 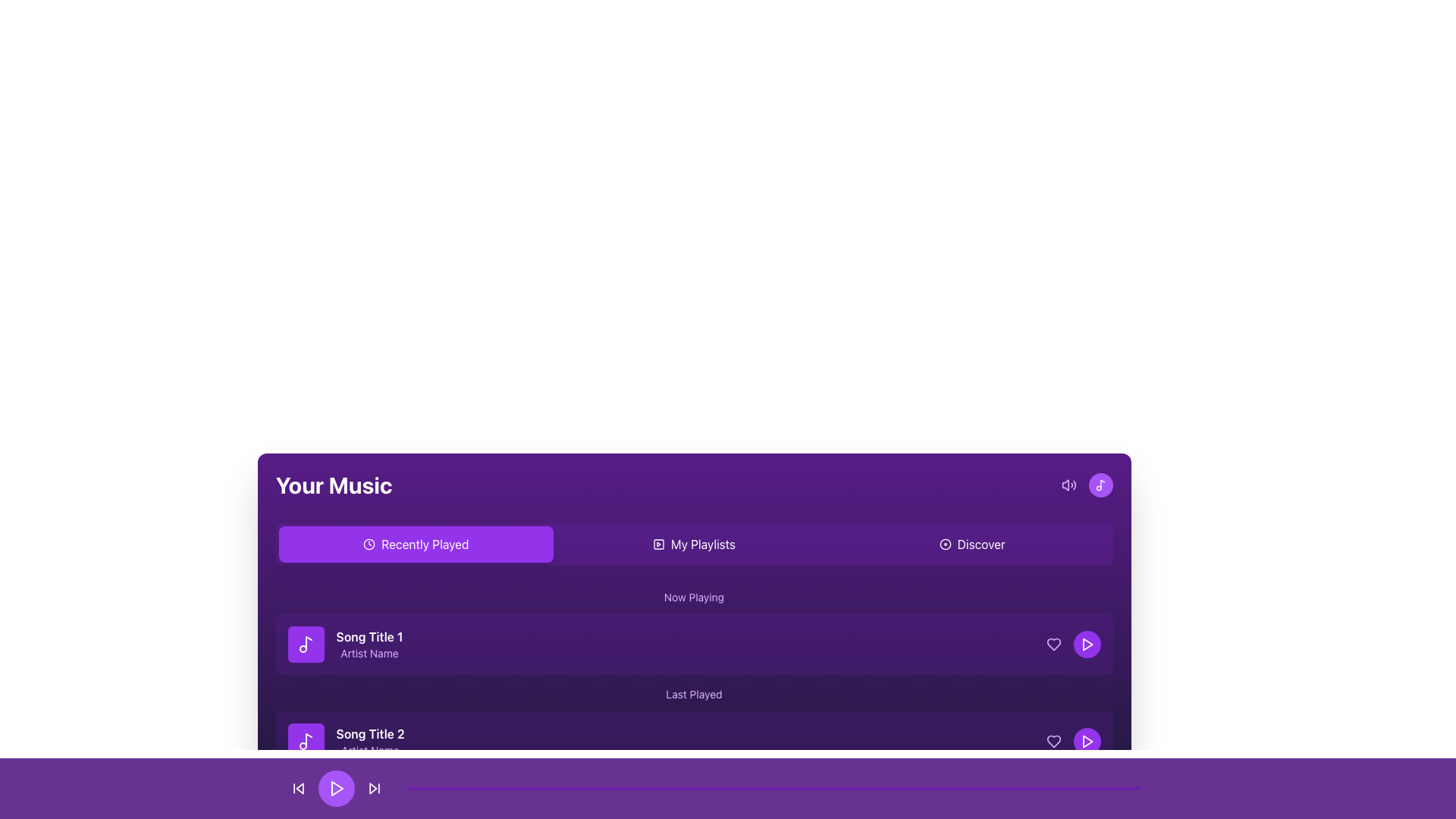 I want to click on the 'My Playlists' text label within the interactive button, so click(x=702, y=543).